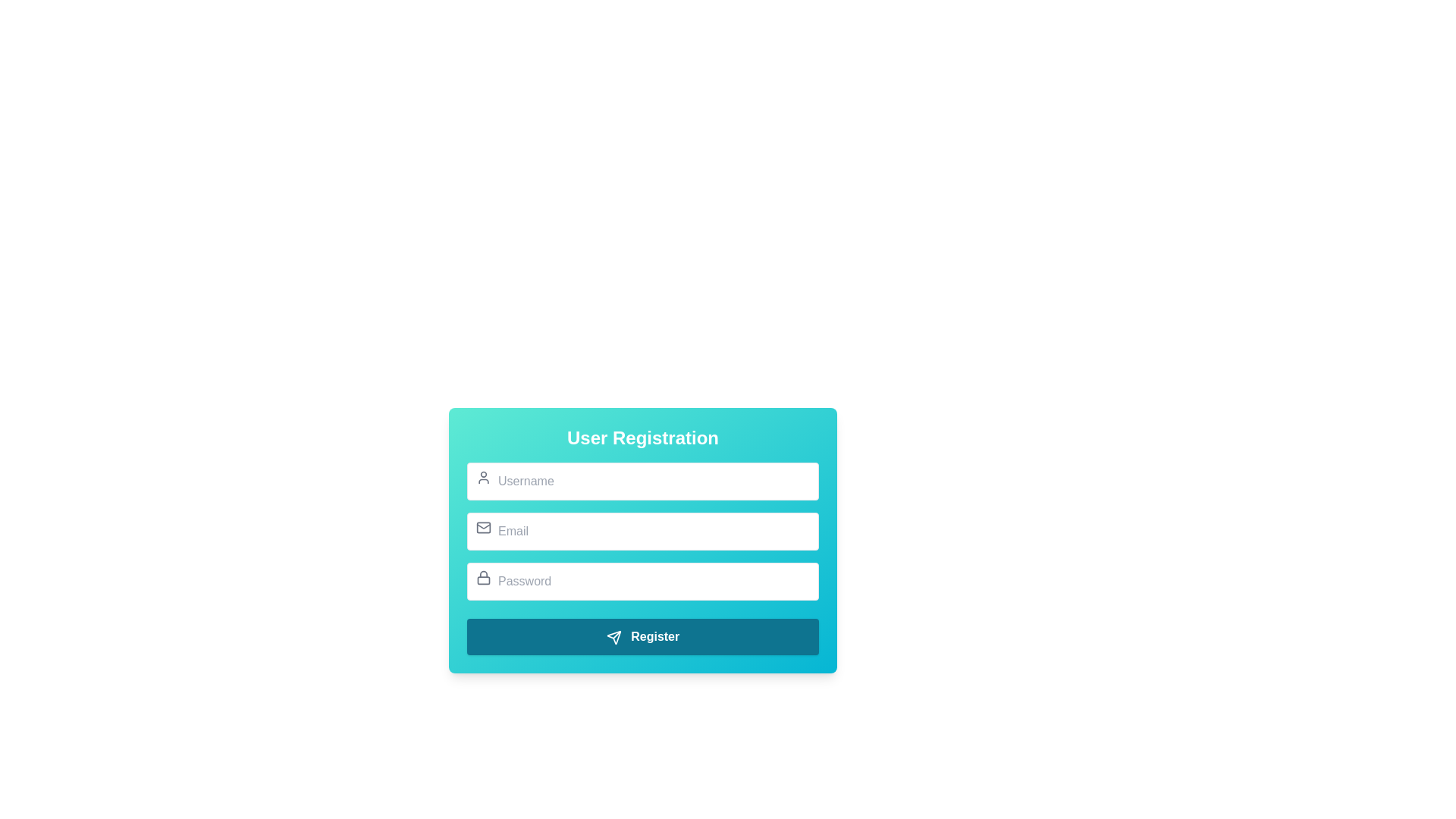  I want to click on the triangular send icon located within the 'Register' button at the bottom of the 'User Registration' interface, so click(613, 637).